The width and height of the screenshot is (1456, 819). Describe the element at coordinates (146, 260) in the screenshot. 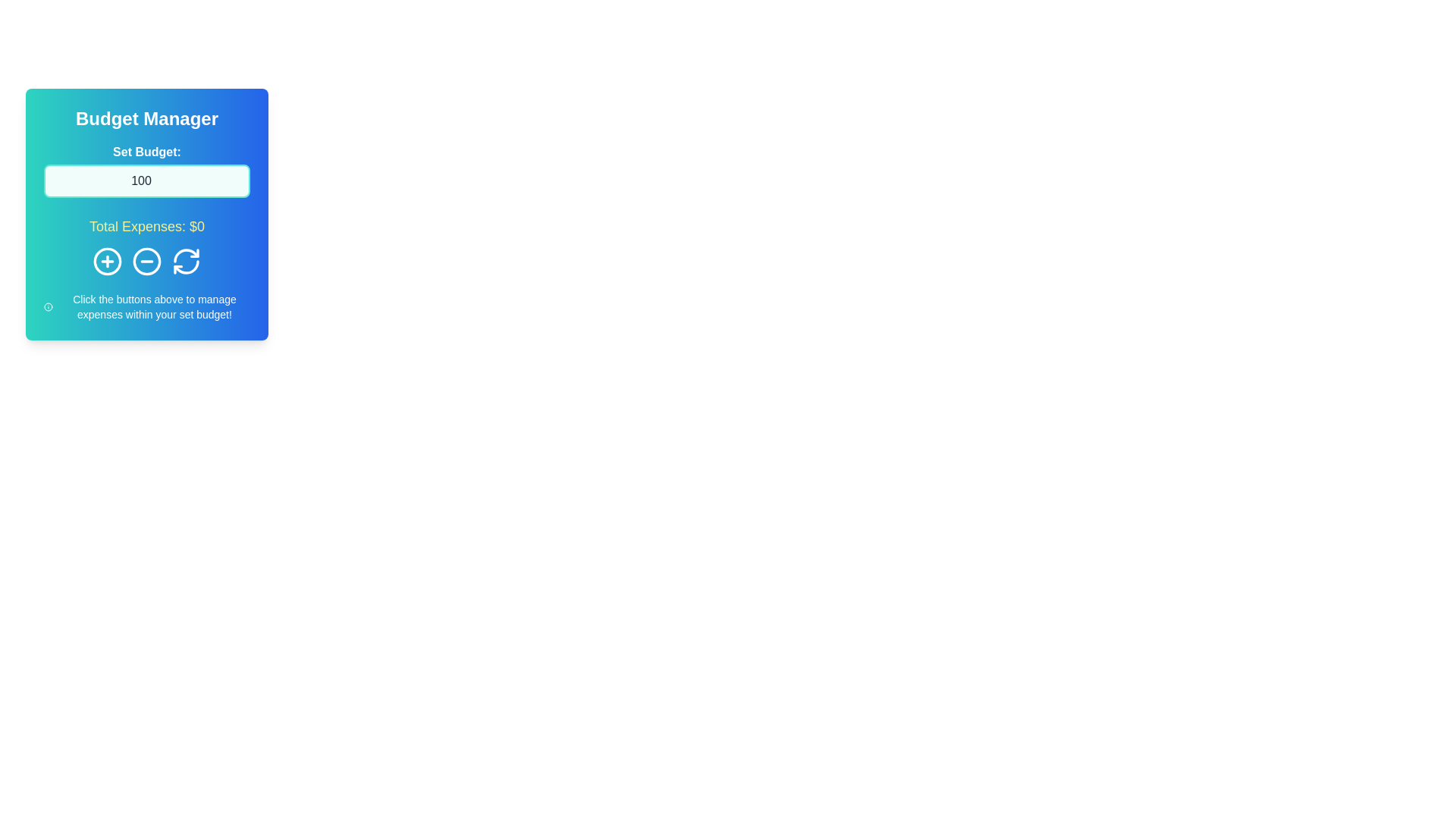

I see `the middle circular icon button with a minus sign, located on a blue background in the 'Budget Manager' card` at that location.